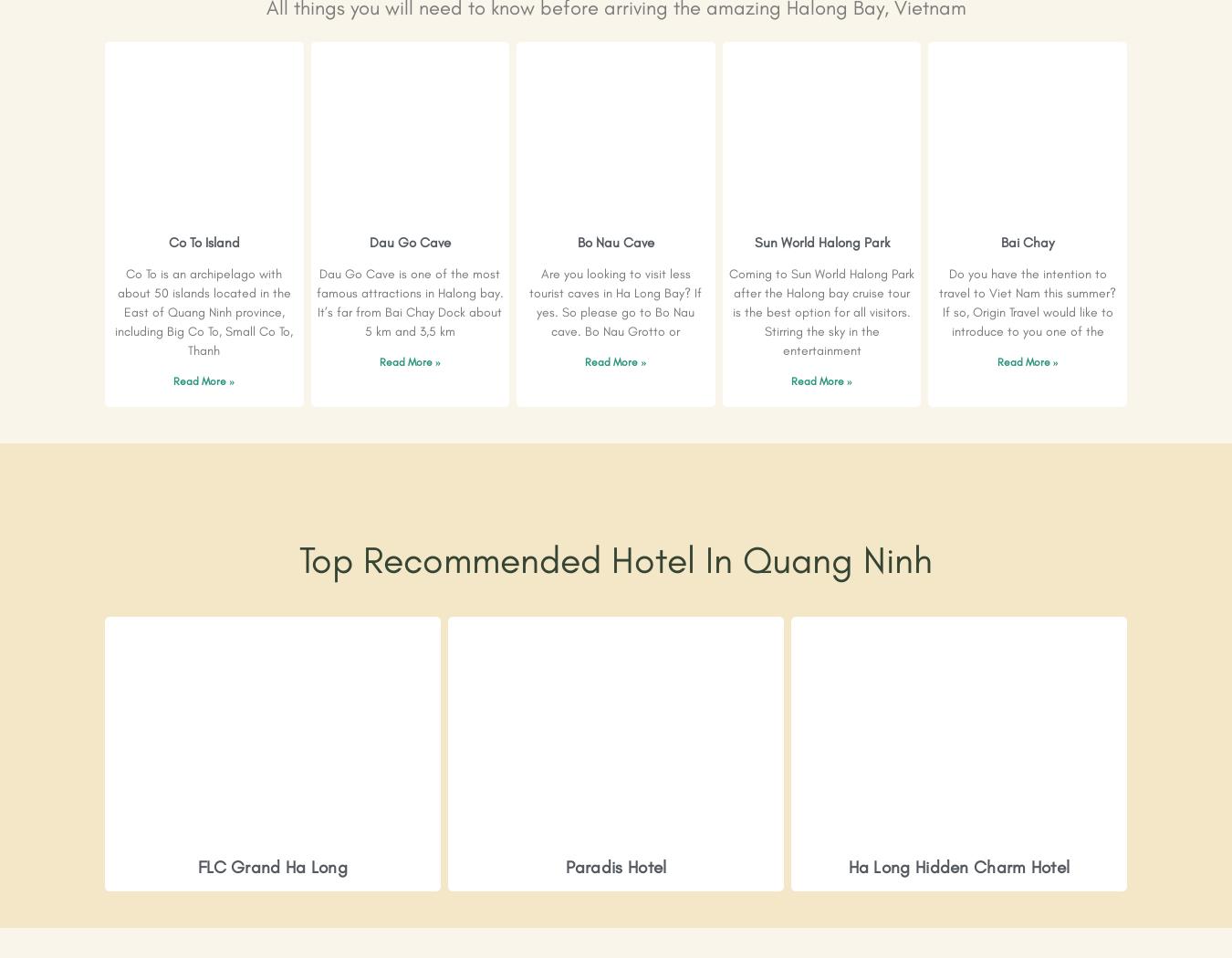 This screenshot has width=1232, height=958. What do you see at coordinates (1027, 242) in the screenshot?
I see `'Bai Chay'` at bounding box center [1027, 242].